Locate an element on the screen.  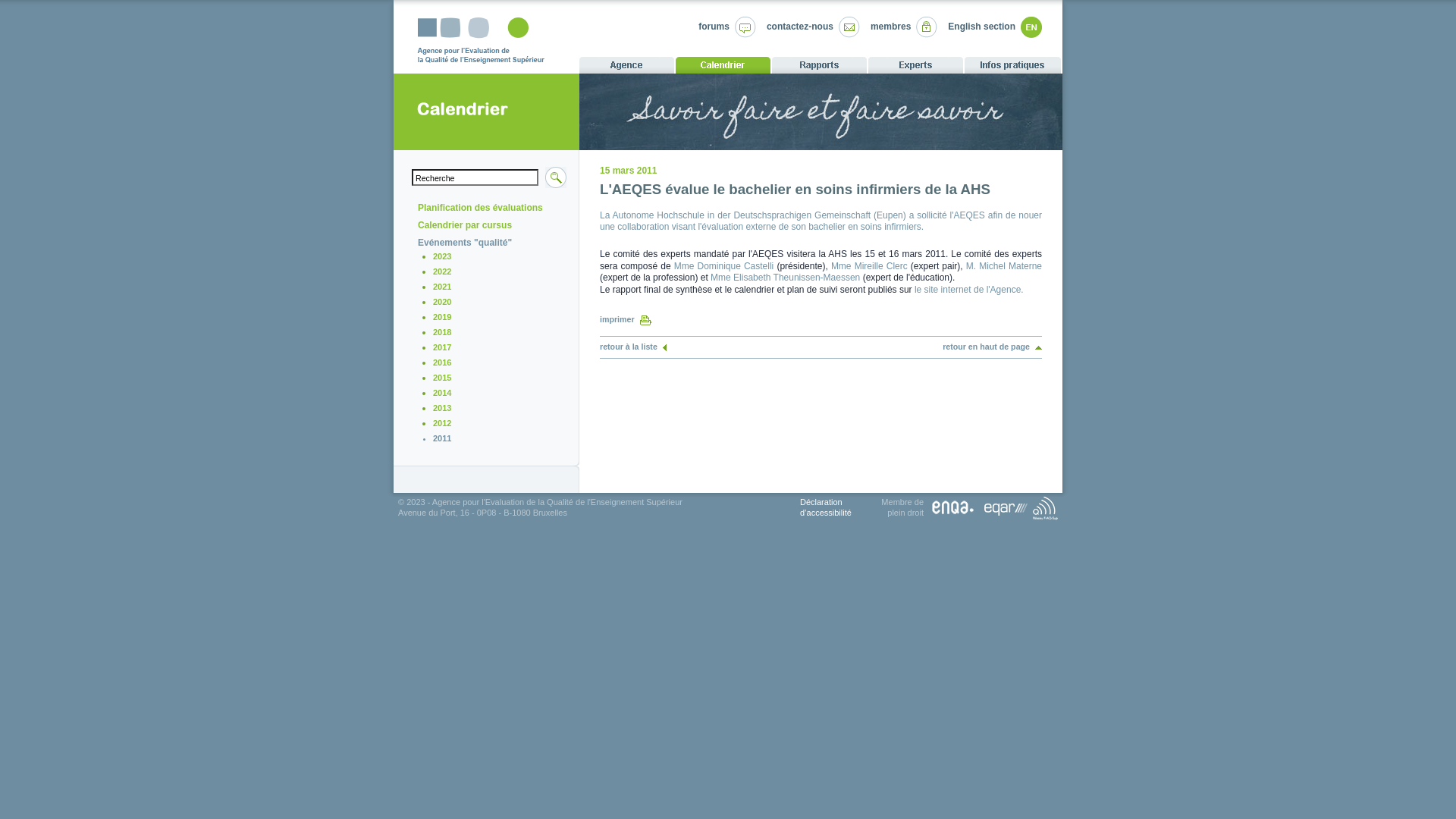
'2023' is located at coordinates (432, 256).